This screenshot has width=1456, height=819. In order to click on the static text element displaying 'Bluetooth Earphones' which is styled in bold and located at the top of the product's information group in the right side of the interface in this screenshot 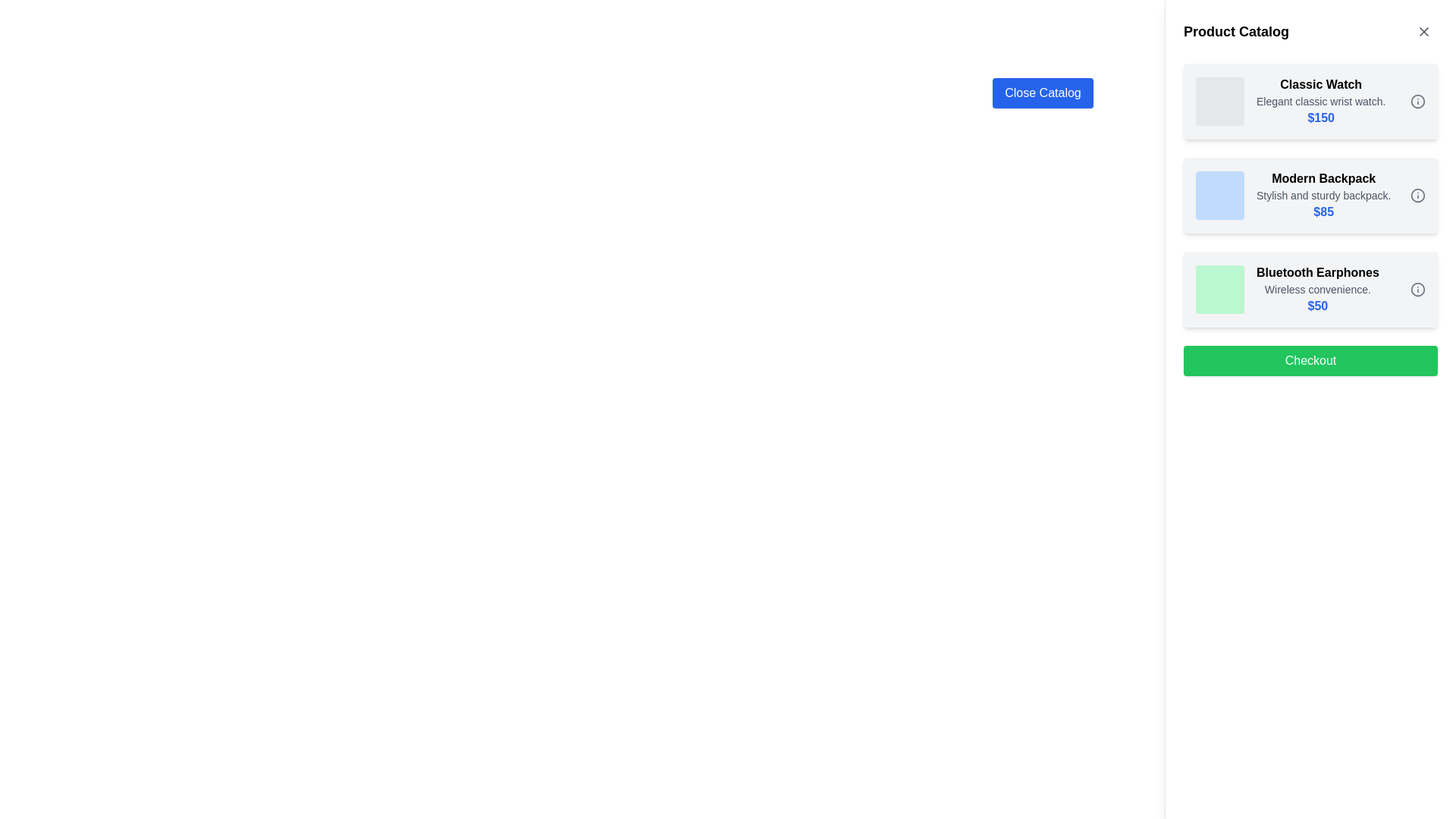, I will do `click(1316, 271)`.